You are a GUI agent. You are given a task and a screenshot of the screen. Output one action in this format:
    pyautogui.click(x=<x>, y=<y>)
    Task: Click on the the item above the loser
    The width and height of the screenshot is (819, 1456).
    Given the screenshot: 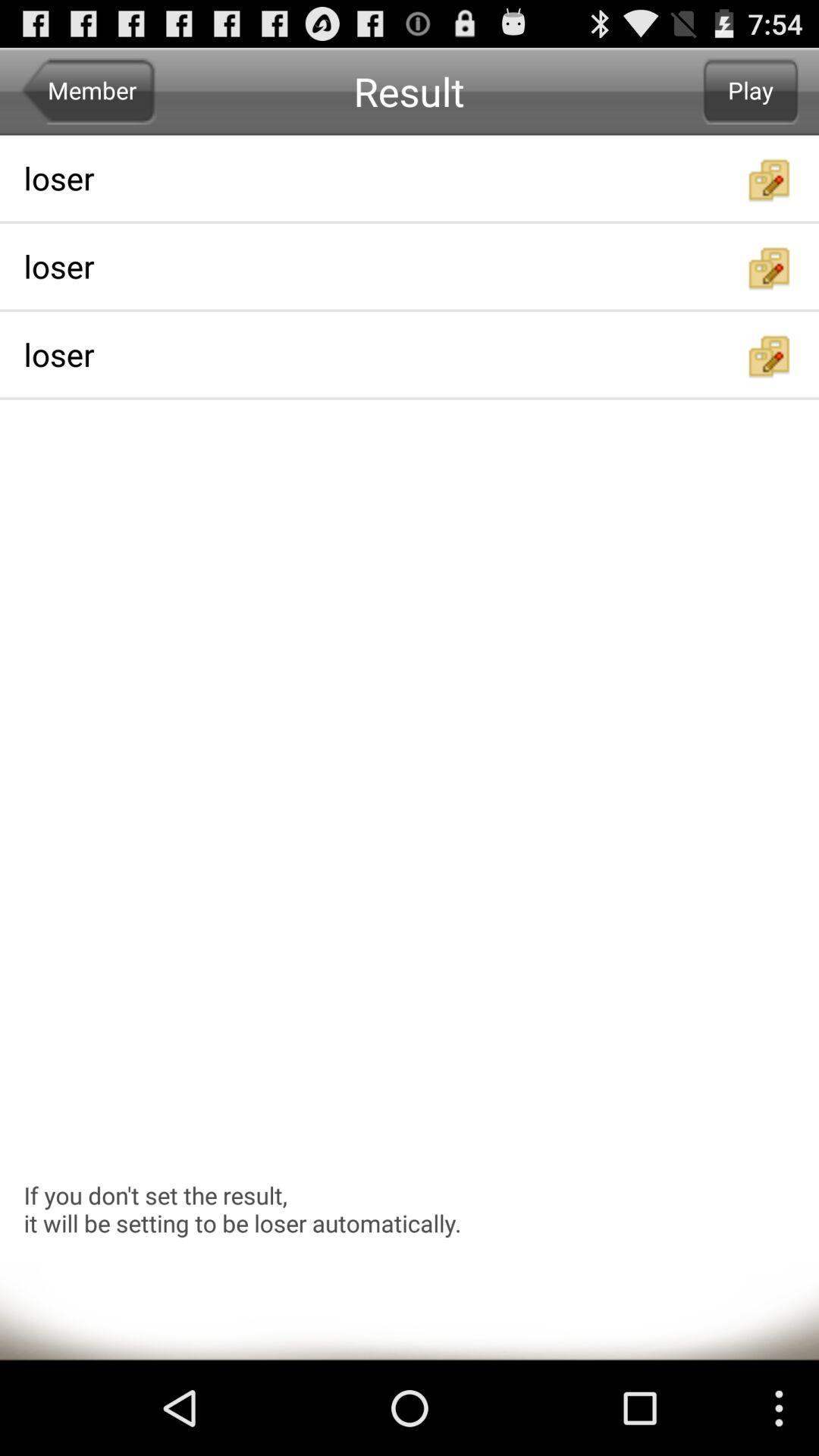 What is the action you would take?
    pyautogui.click(x=751, y=90)
    